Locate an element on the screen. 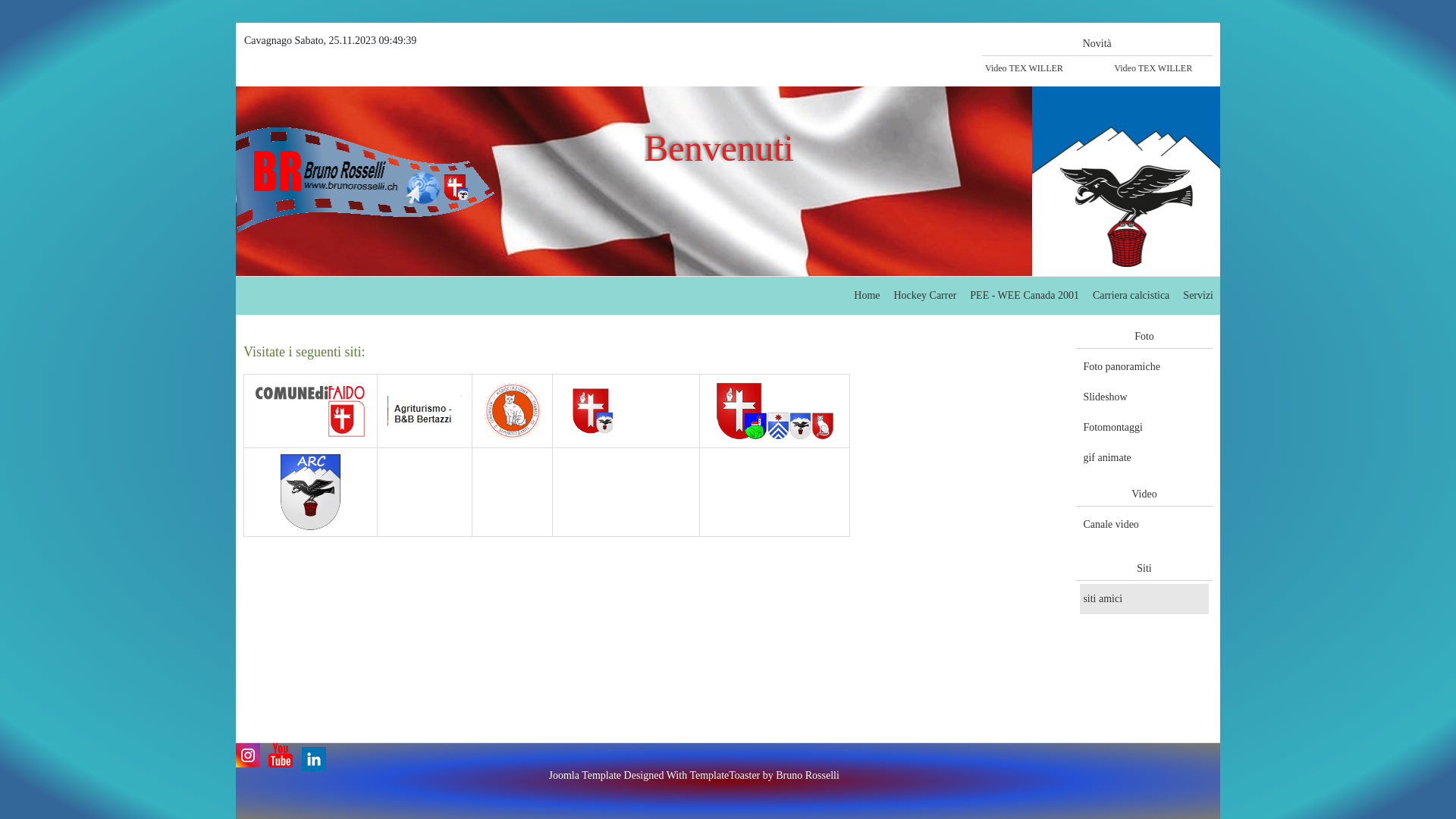 The width and height of the screenshot is (1456, 819). 'Slideshow' is located at coordinates (1144, 397).